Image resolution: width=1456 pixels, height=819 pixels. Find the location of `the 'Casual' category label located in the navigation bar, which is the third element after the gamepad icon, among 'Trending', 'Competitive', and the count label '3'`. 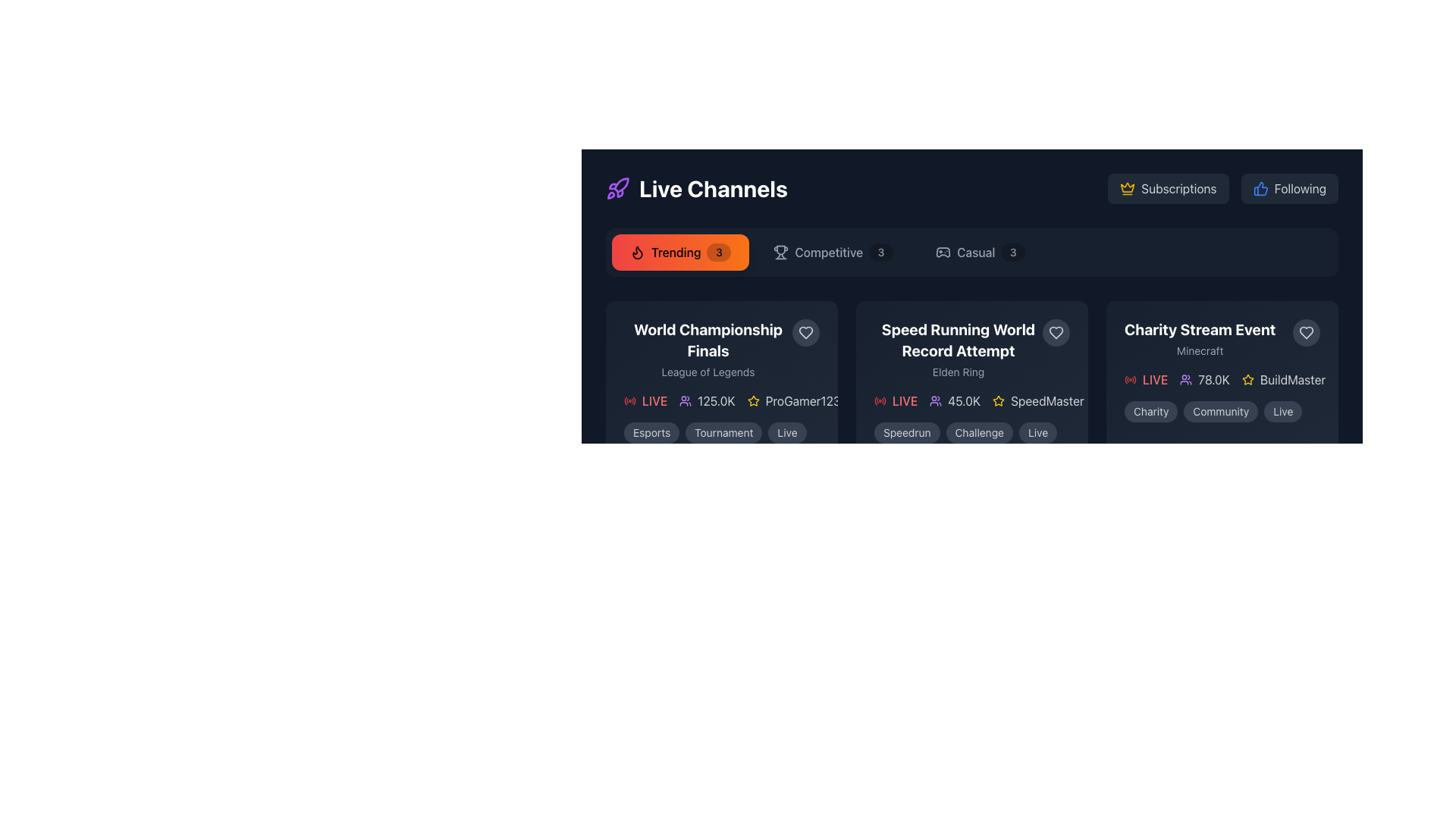

the 'Casual' category label located in the navigation bar, which is the third element after the gamepad icon, among 'Trending', 'Competitive', and the count label '3' is located at coordinates (976, 251).